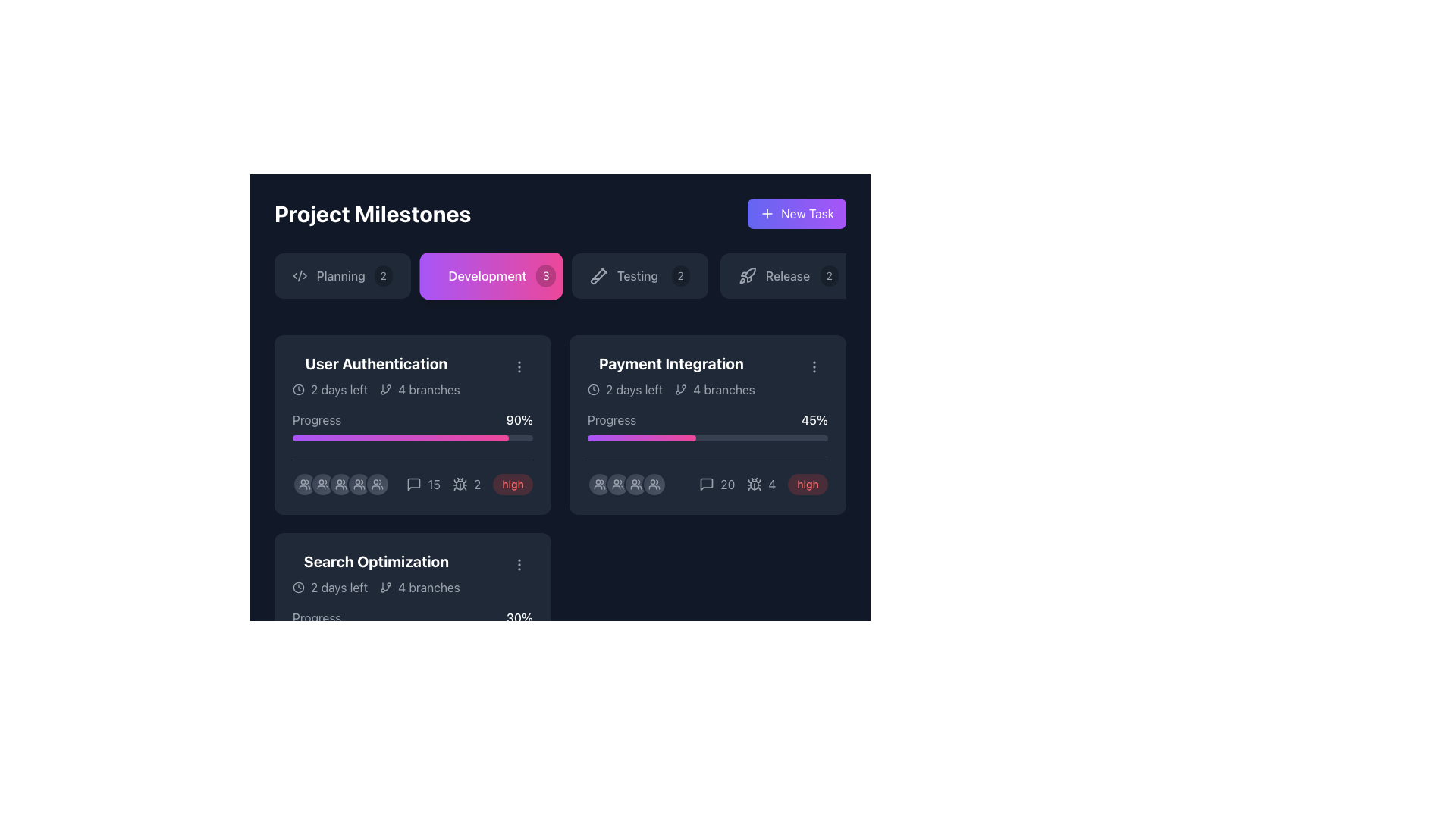 Image resolution: width=1456 pixels, height=819 pixels. What do you see at coordinates (560, 281) in the screenshot?
I see `the second pill-shaped button under the 'Project Milestones' heading, which is positioned between the 'Planning' and 'Testing' buttons` at bounding box center [560, 281].